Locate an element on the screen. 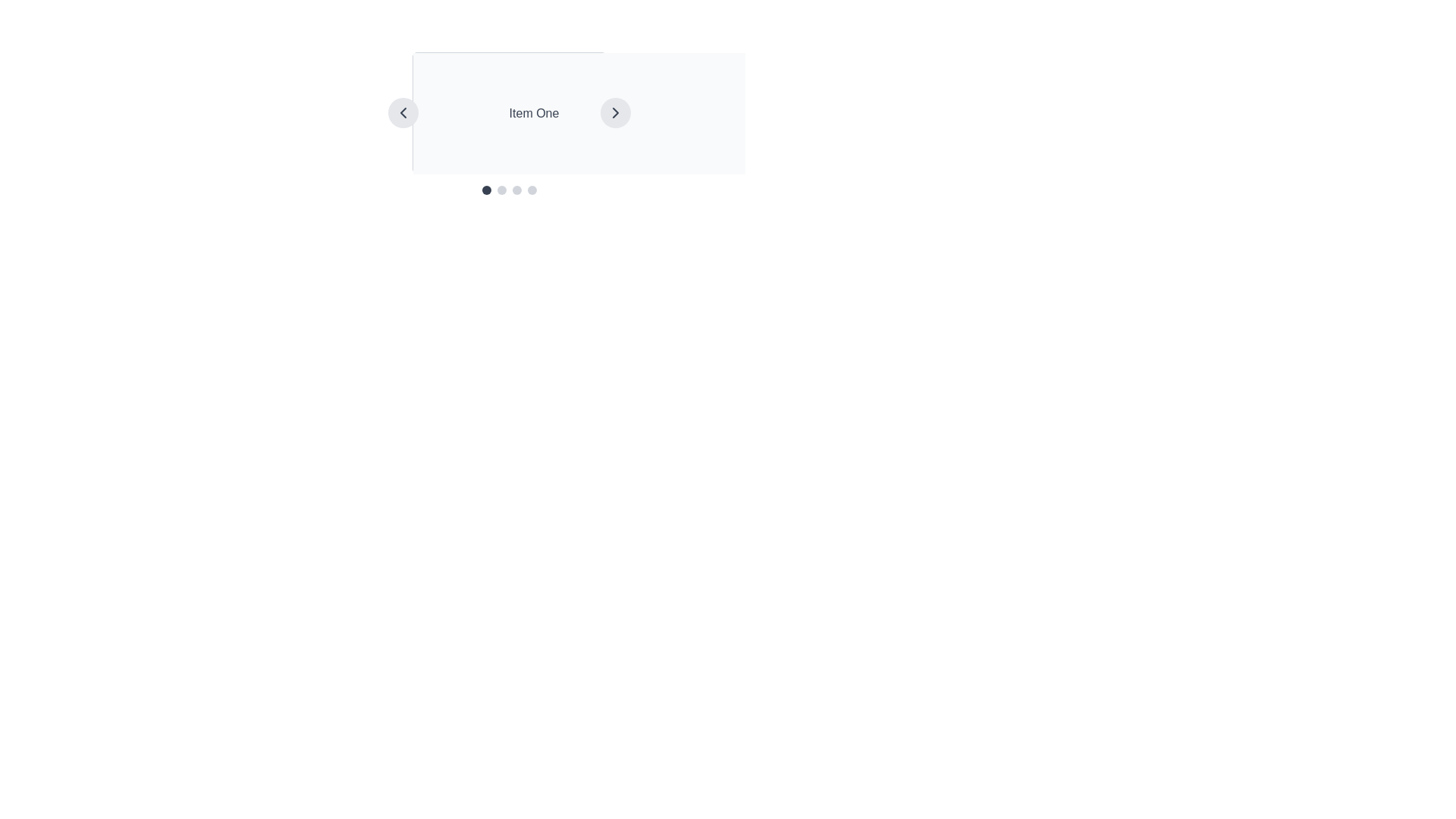  the third circular pagination indicator located below 'Item One' is located at coordinates (516, 189).